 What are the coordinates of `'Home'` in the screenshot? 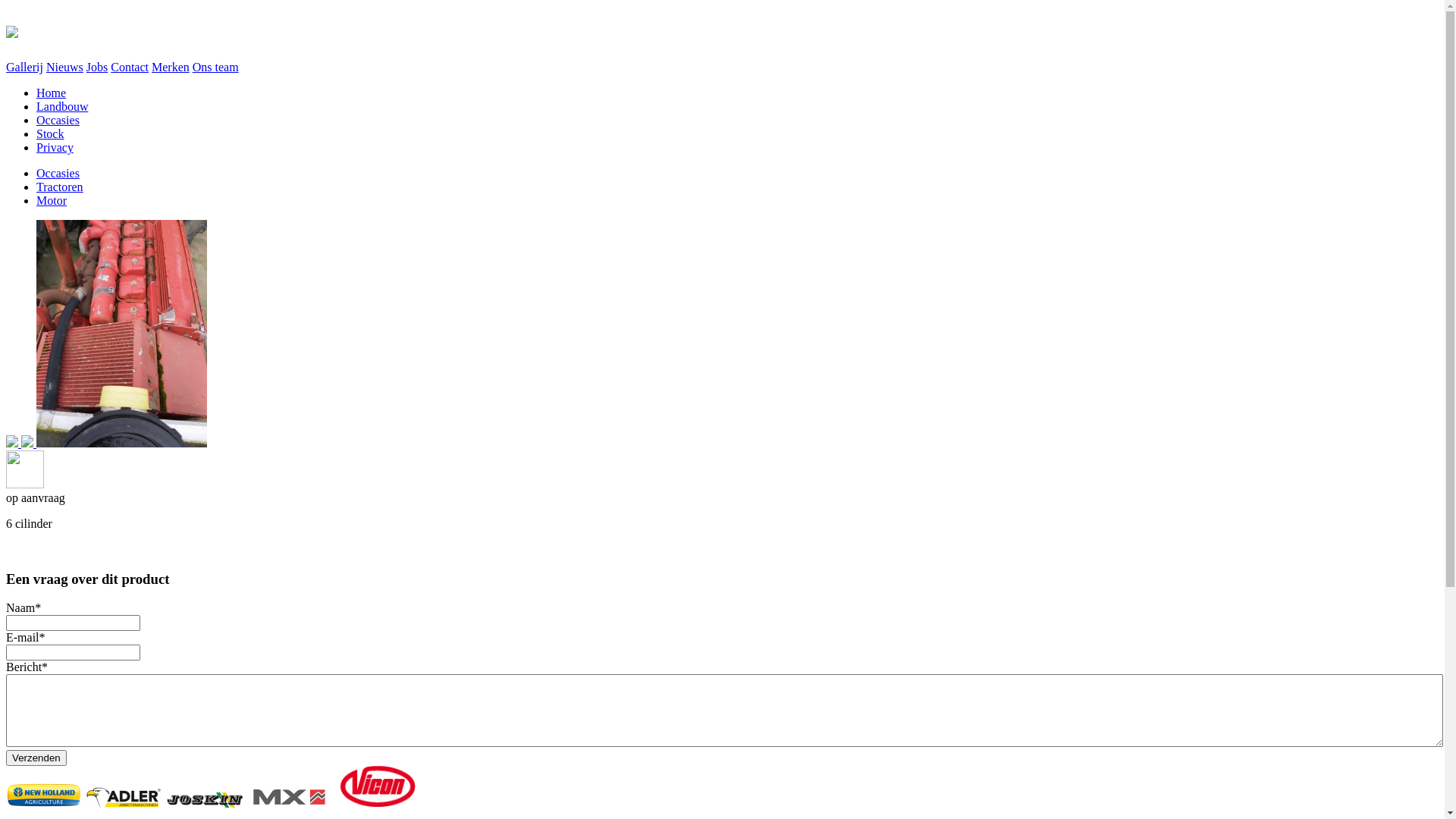 It's located at (51, 93).